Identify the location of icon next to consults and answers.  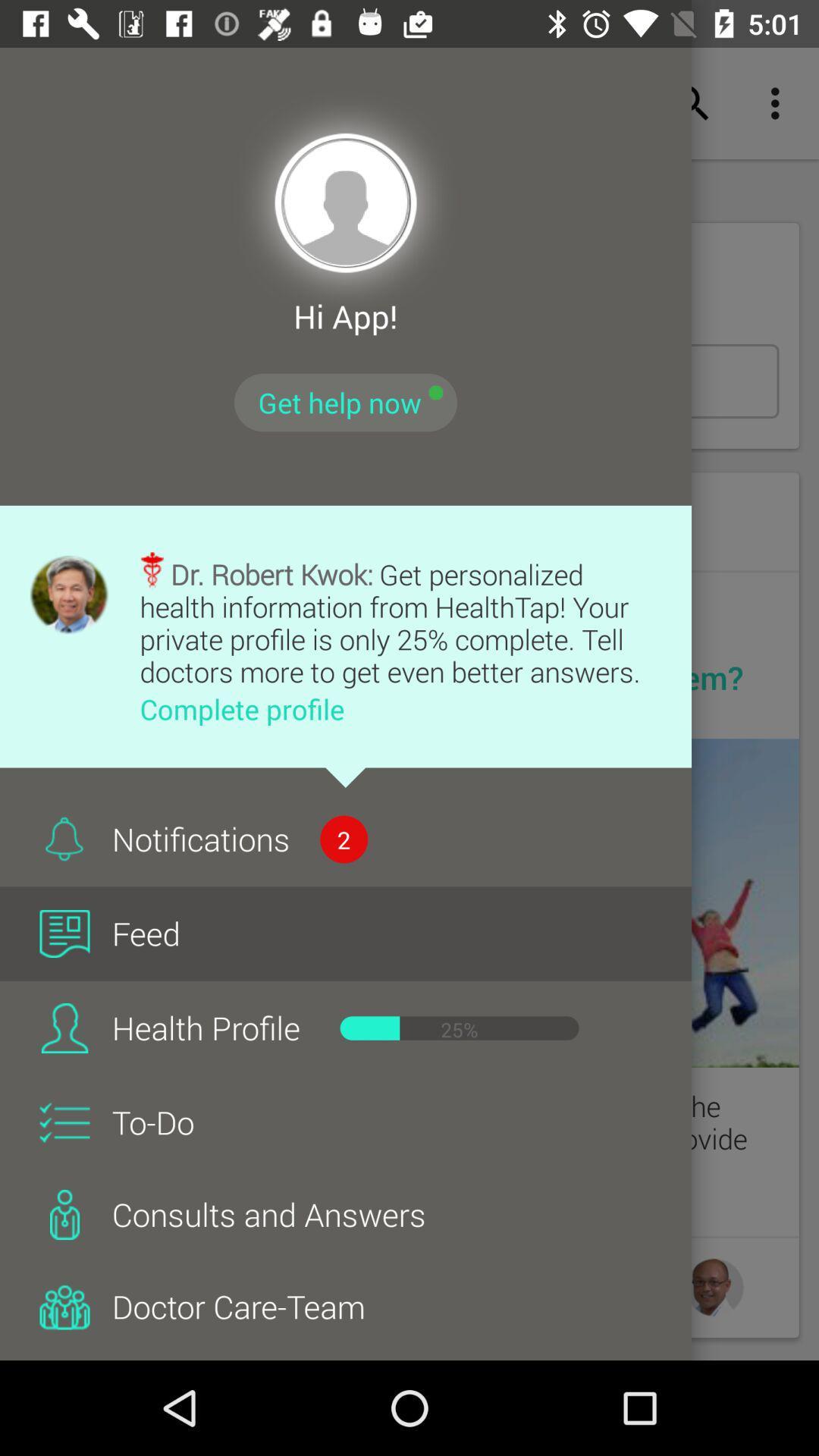
(64, 1215).